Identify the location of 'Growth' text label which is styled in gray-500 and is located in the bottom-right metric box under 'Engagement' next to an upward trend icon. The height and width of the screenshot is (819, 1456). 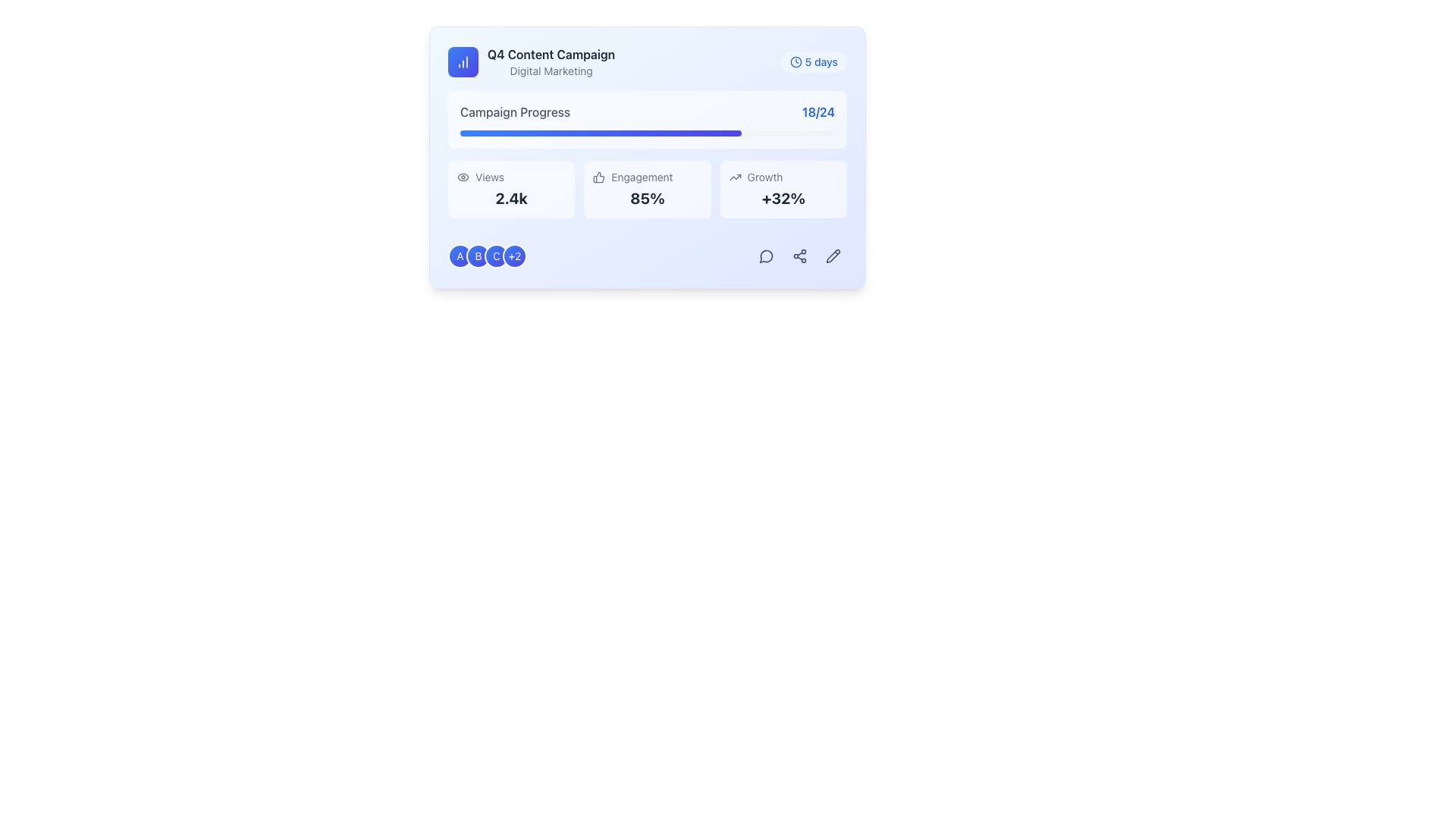
(765, 177).